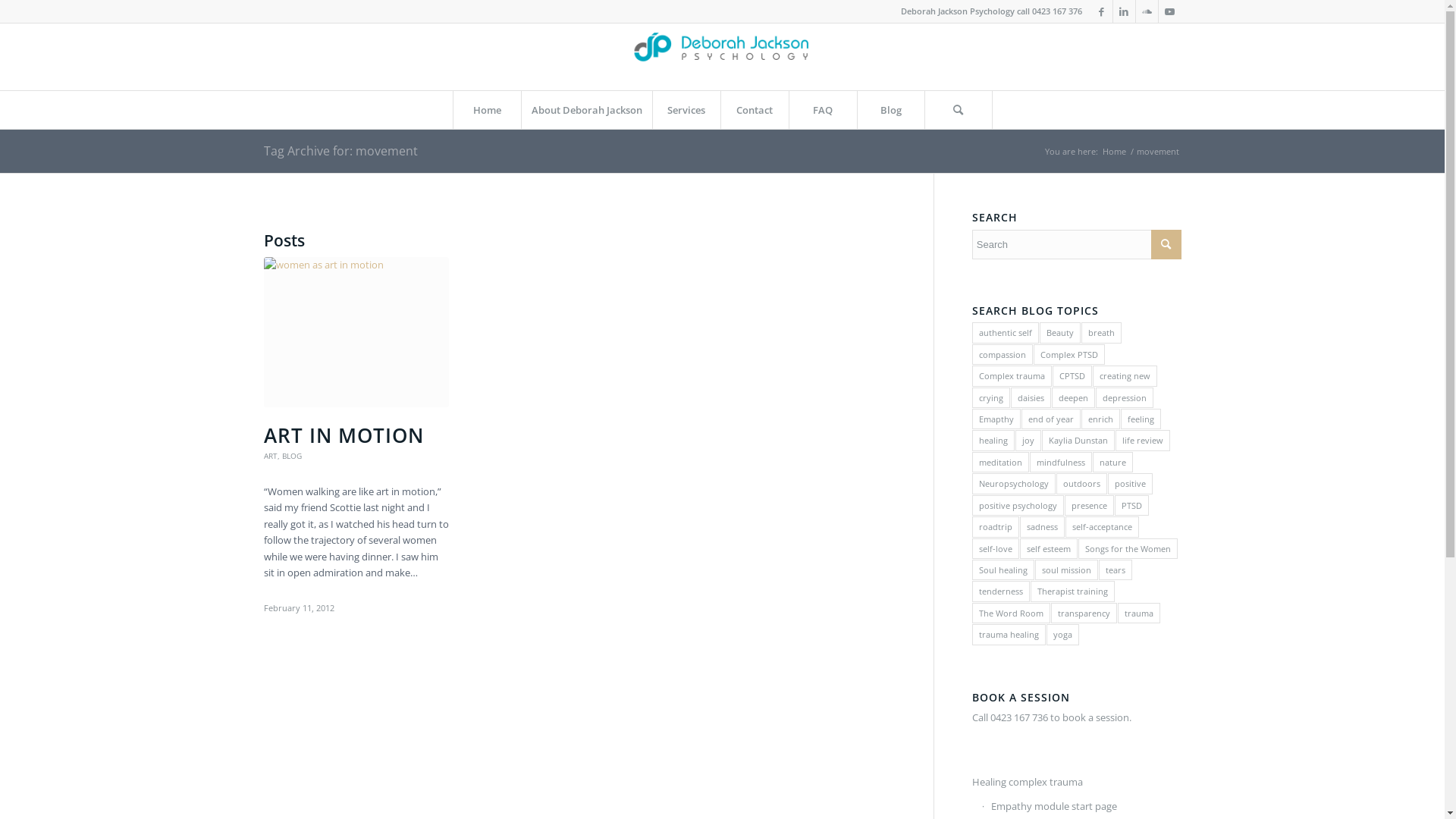  Describe the element at coordinates (1072, 375) in the screenshot. I see `'CPTSD'` at that location.